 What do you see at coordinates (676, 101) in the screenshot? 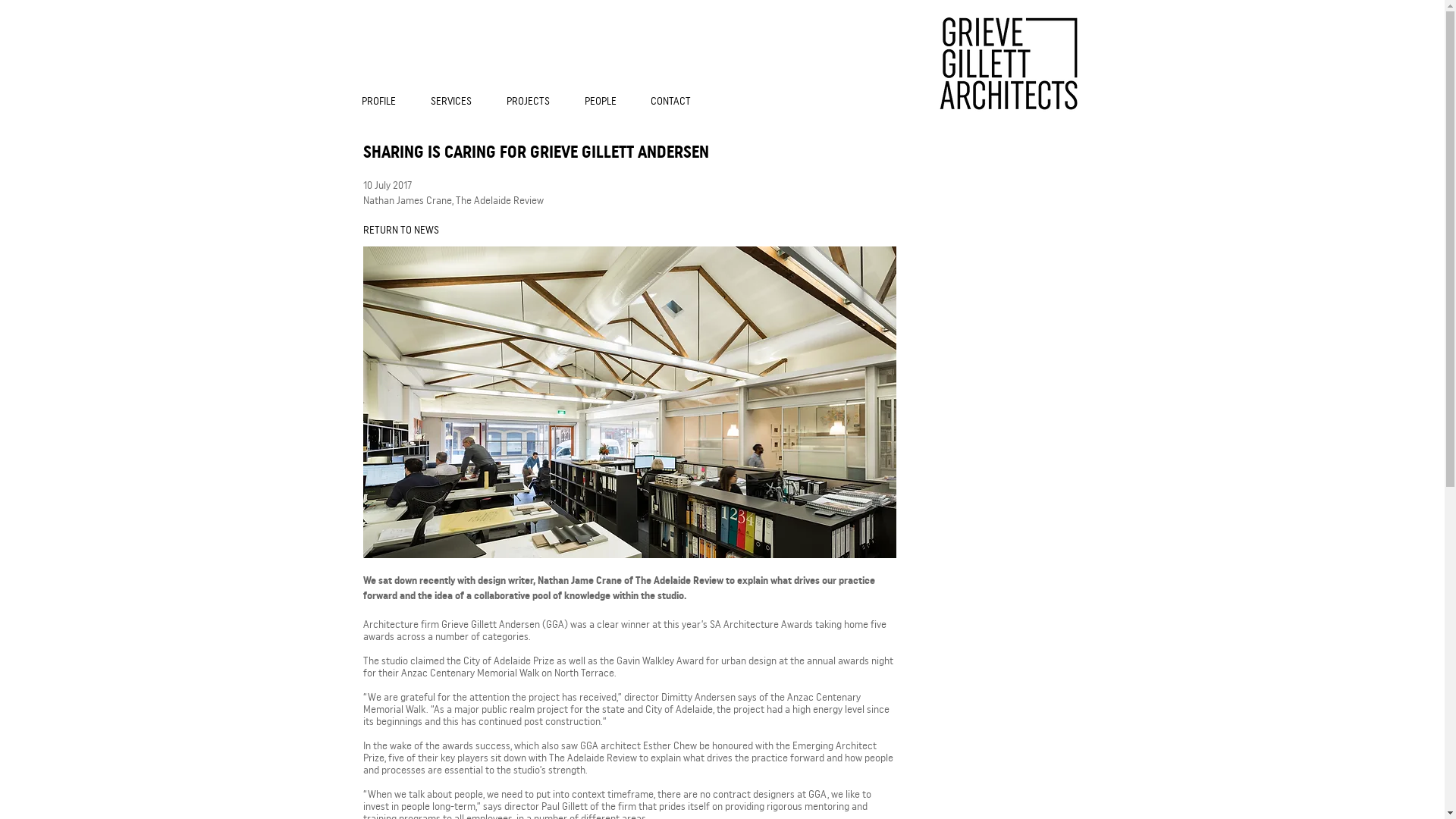
I see `'CONTACT'` at bounding box center [676, 101].